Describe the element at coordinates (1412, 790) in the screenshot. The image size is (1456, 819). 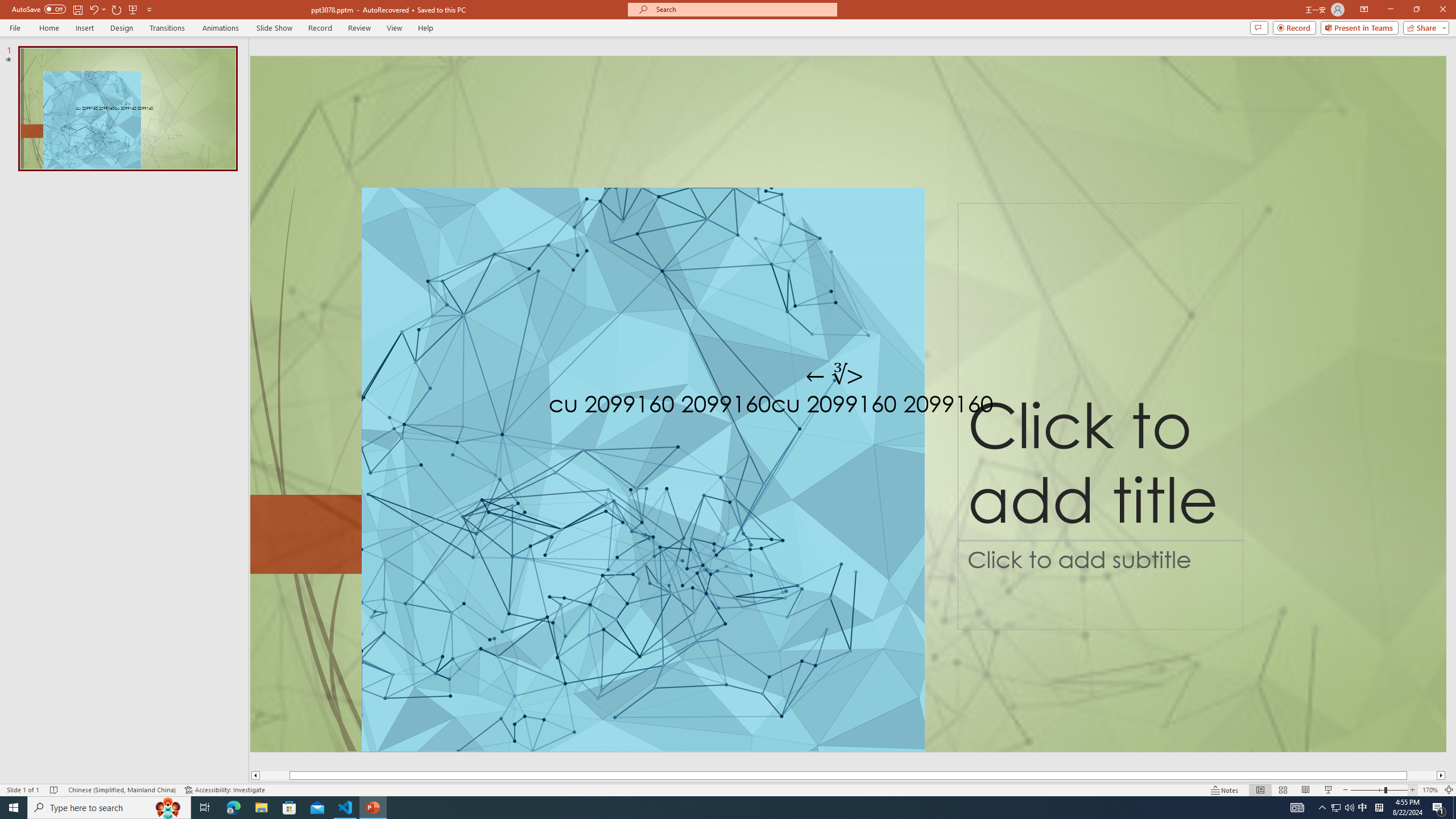
I see `'Zoom In'` at that location.